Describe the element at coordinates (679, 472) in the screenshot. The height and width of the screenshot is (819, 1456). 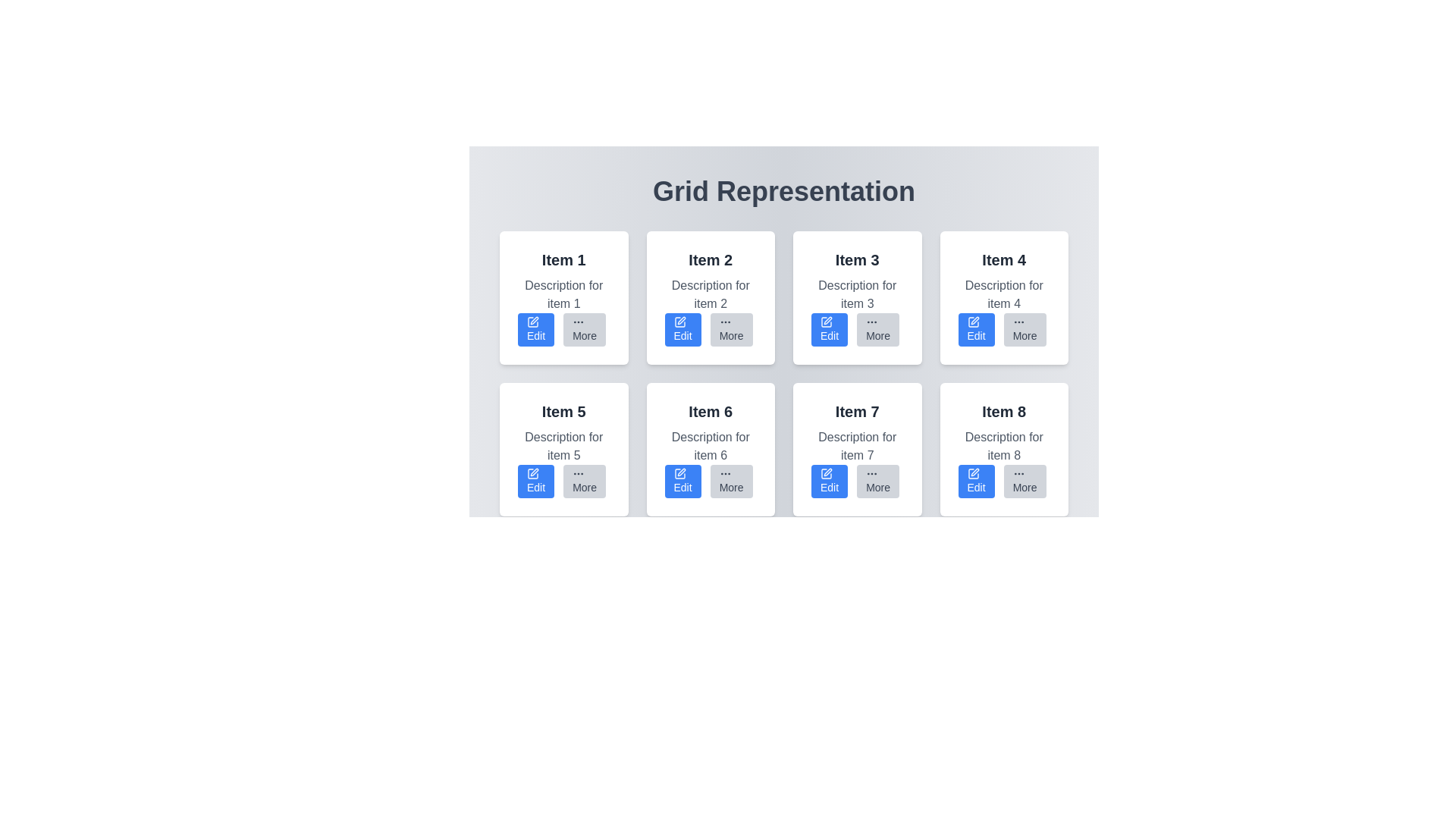
I see `the 'Edit' button associated with 'Item 6' in the grid layout` at that location.